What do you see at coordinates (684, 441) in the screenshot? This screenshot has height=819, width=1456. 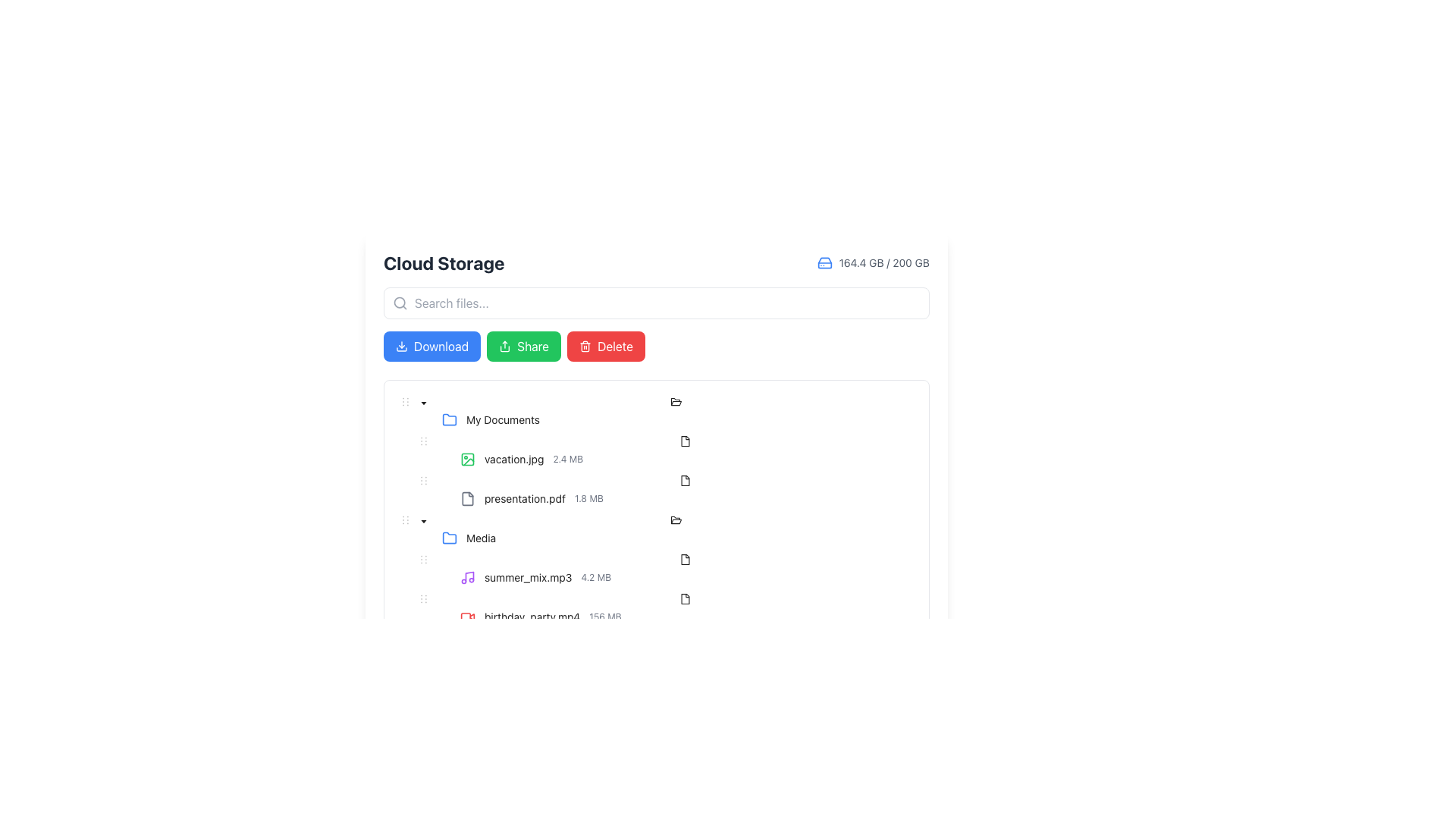 I see `the icon representing a file in the file directory, located to the right of the file name and size information, within the 'Media' directory` at bounding box center [684, 441].